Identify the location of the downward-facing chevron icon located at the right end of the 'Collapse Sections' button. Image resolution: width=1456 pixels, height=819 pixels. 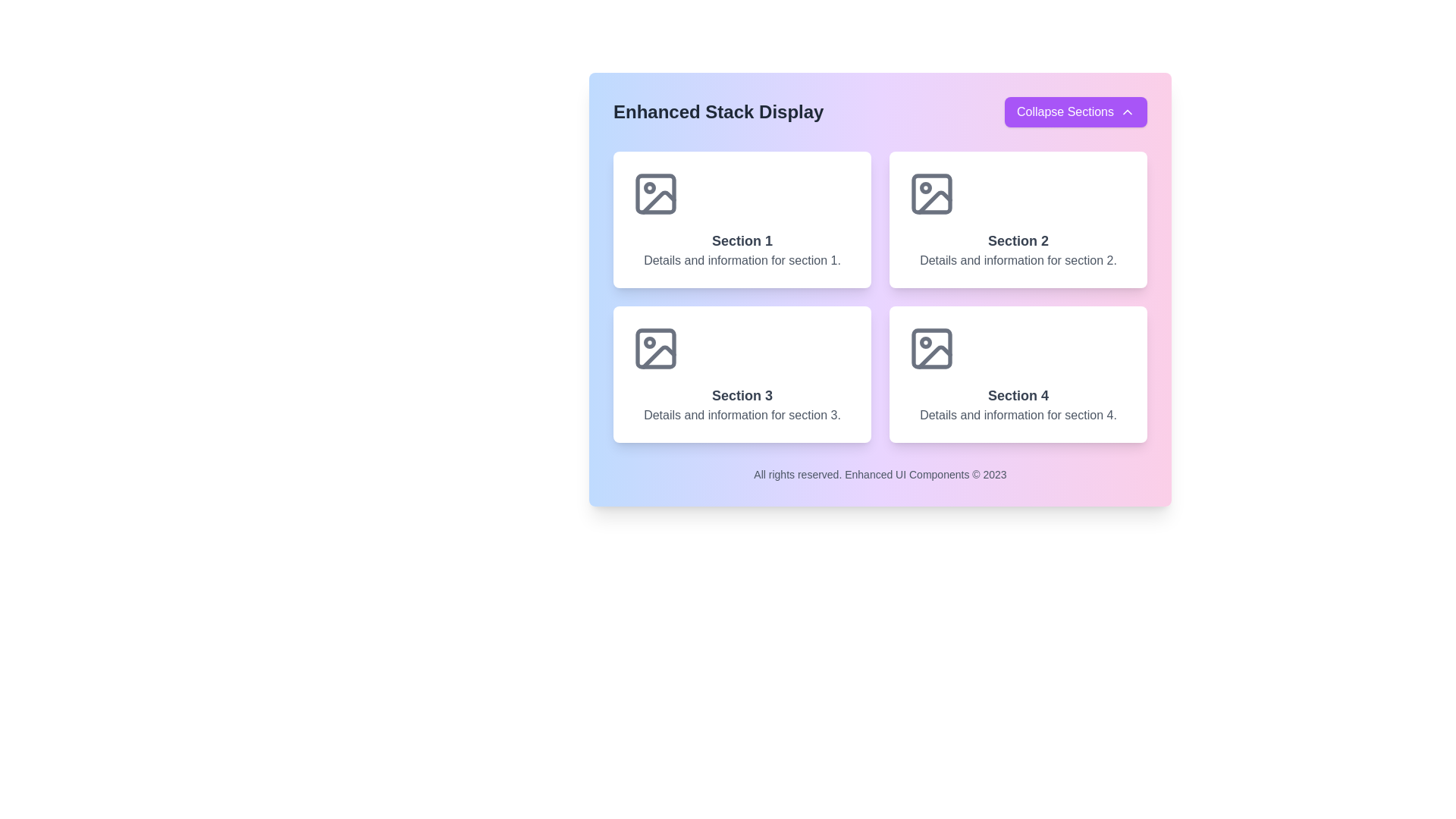
(1128, 111).